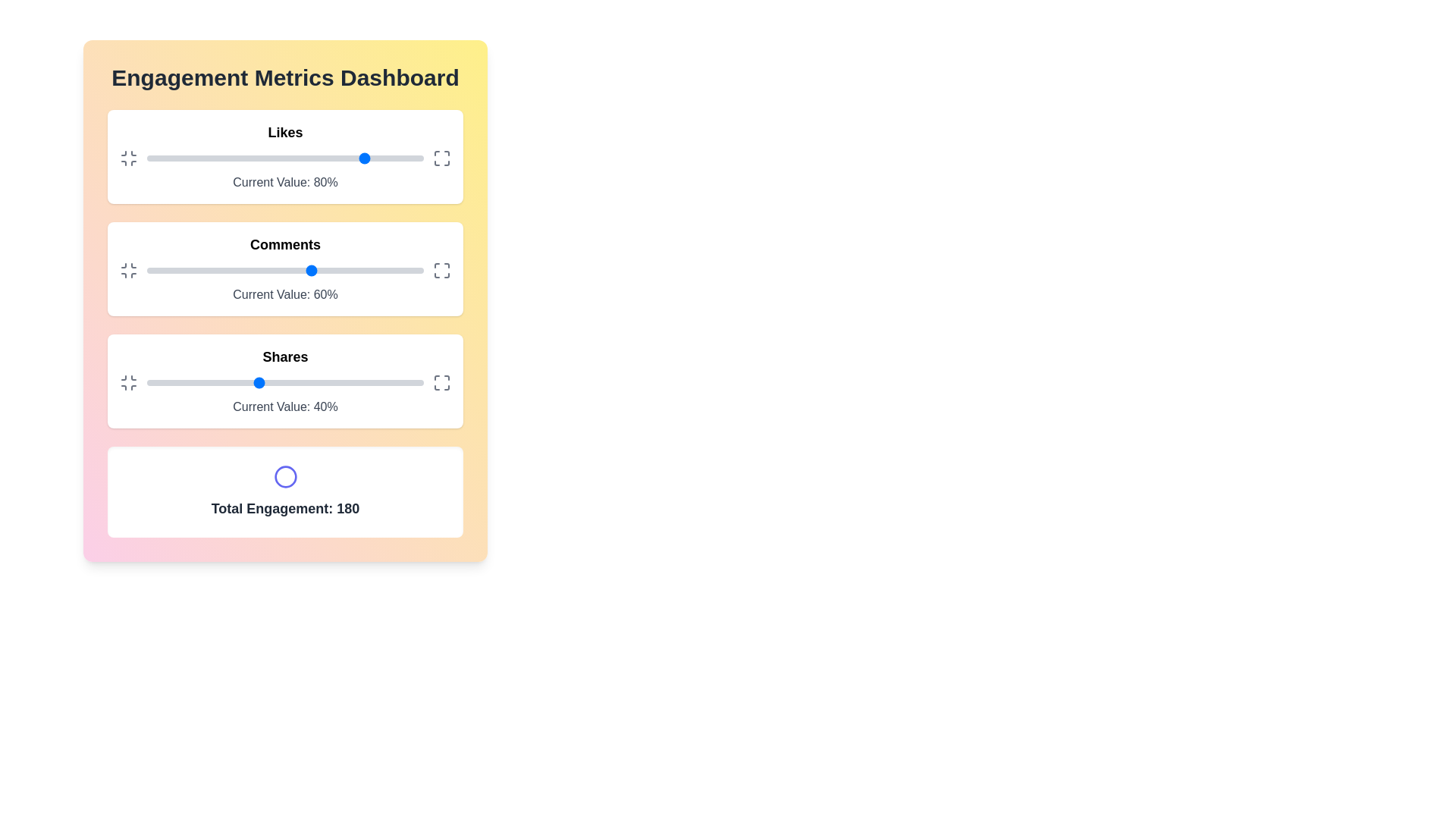 The image size is (1456, 819). I want to click on comments, so click(166, 270).